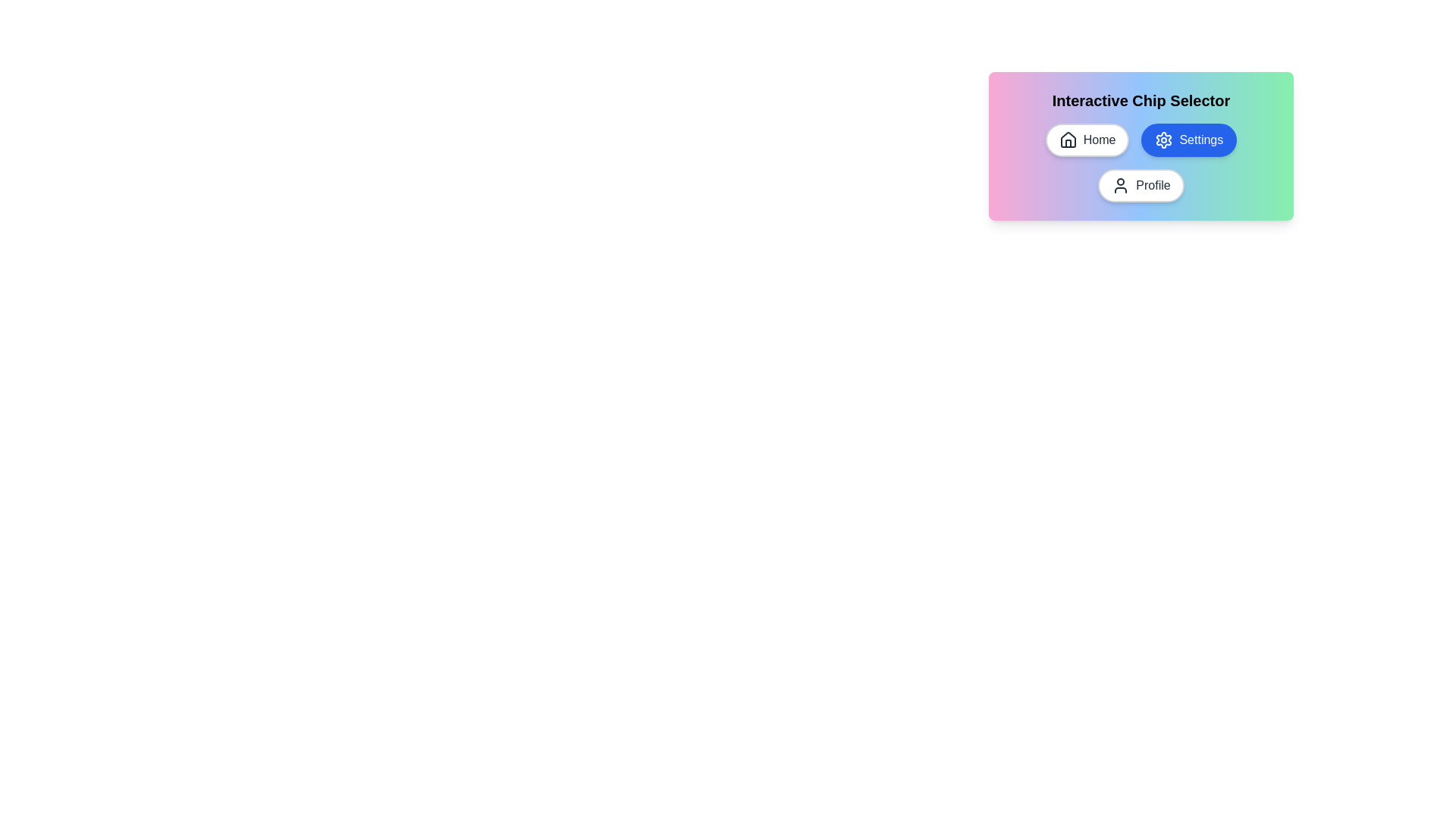 The width and height of the screenshot is (1456, 819). Describe the element at coordinates (1141, 185) in the screenshot. I see `the chip labeled Profile` at that location.